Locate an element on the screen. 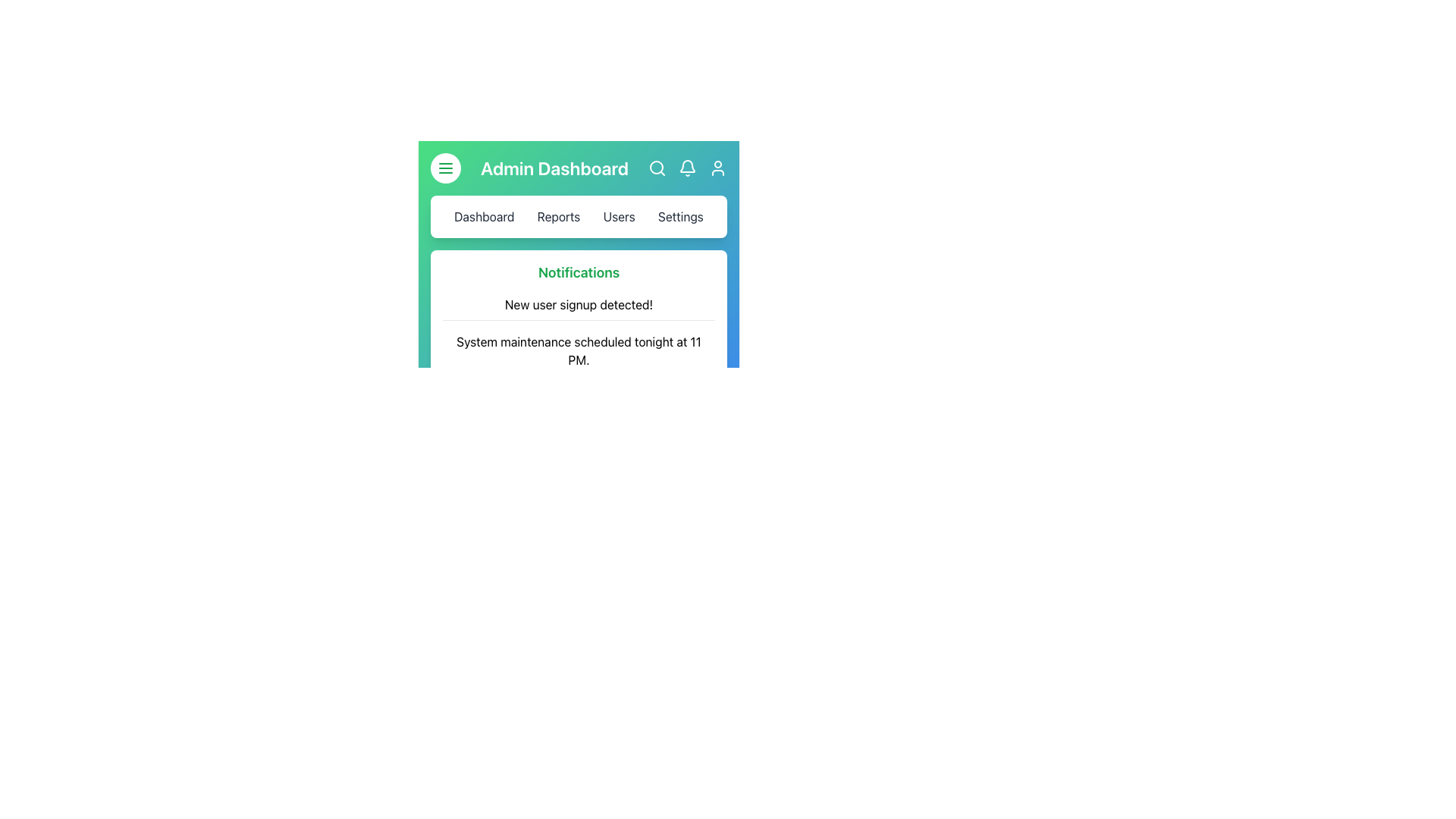 This screenshot has width=1456, height=819. informational text notification that displays 'New user signup detected!' located as the first item in the notifications list under the green 'Notifications' section is located at coordinates (578, 305).